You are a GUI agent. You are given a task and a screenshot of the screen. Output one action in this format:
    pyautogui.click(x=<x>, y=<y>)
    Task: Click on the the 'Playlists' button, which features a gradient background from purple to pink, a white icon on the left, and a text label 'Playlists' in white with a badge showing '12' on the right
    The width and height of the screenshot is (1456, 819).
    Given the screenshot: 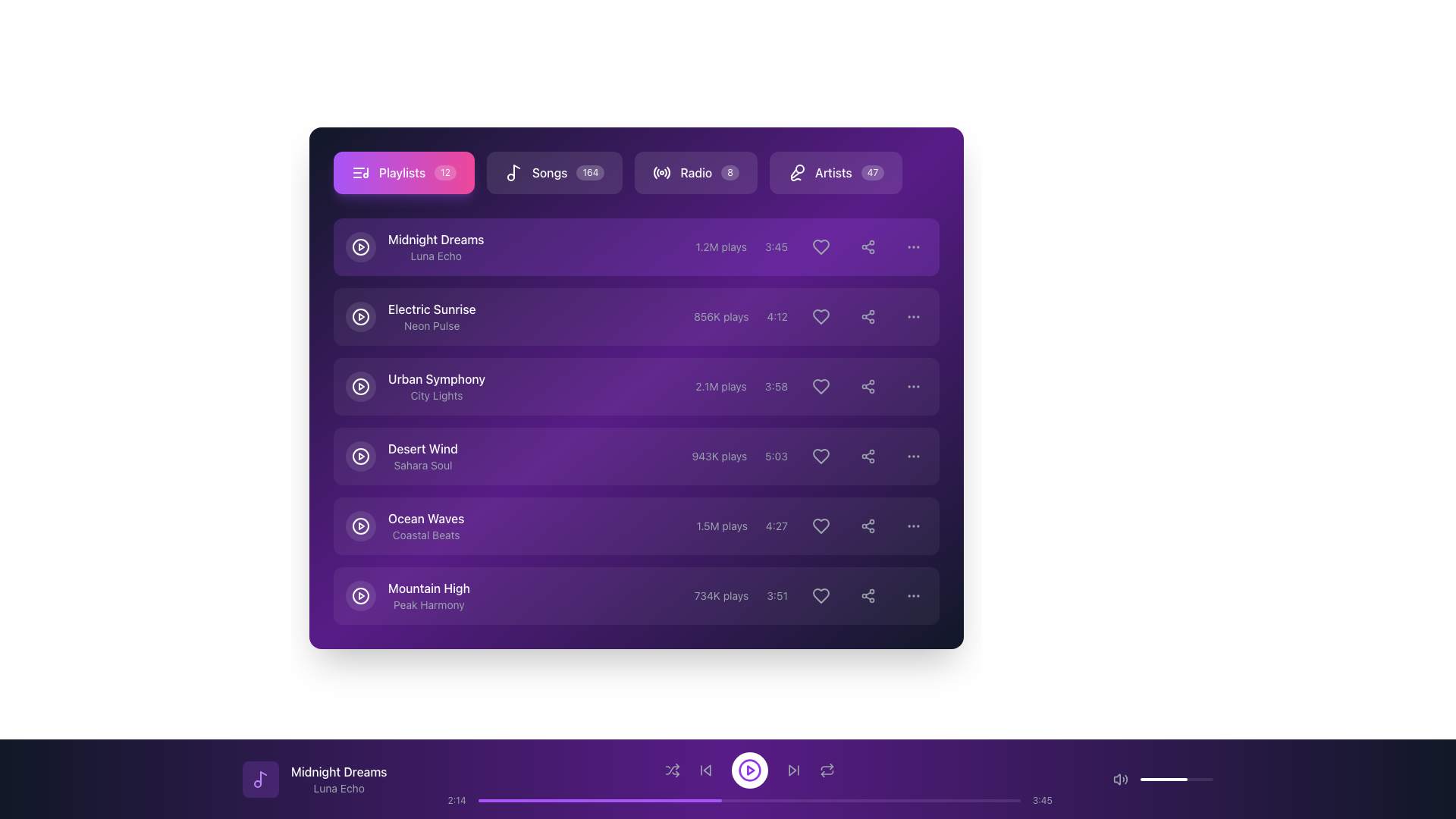 What is the action you would take?
    pyautogui.click(x=403, y=171)
    